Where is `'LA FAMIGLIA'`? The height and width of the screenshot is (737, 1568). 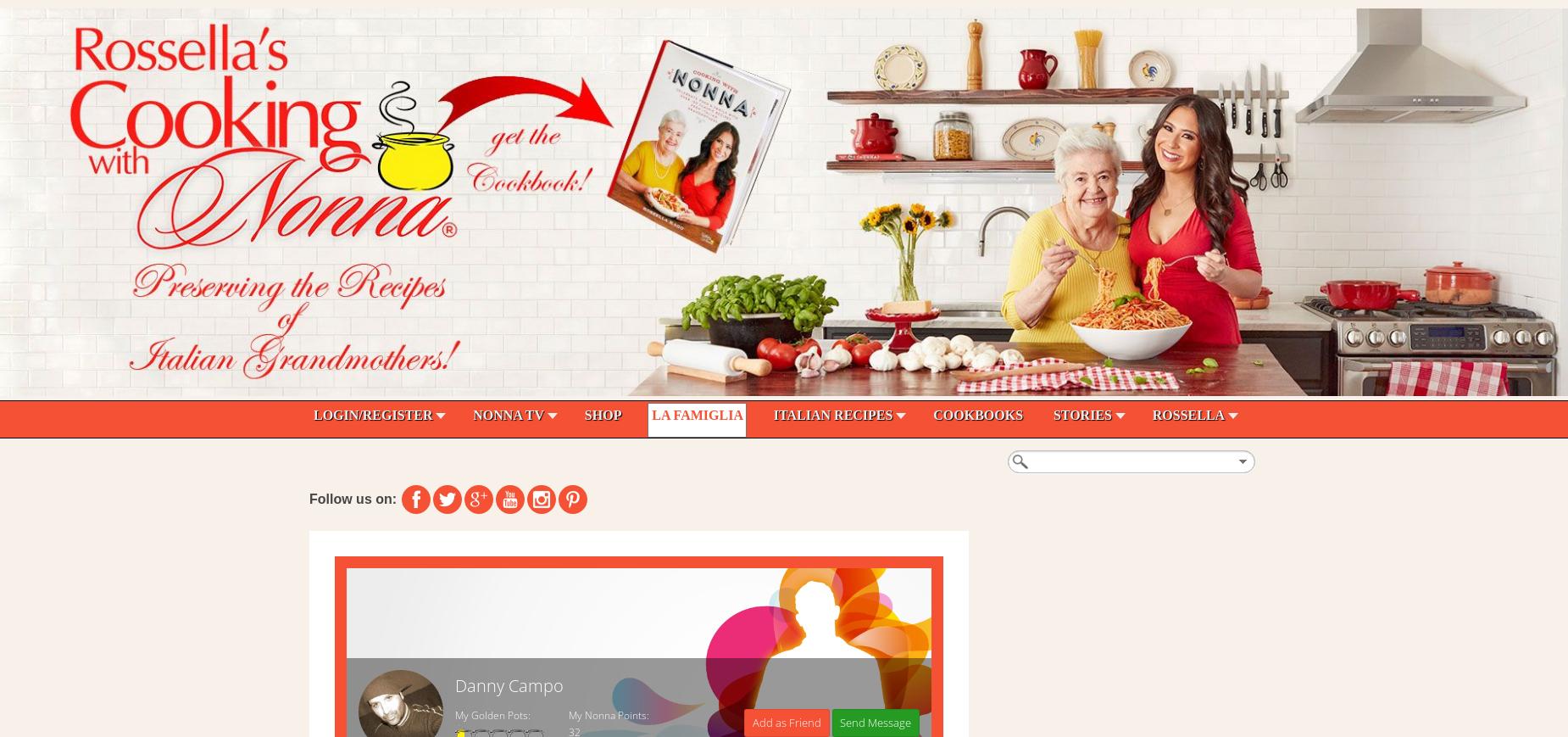
'LA FAMIGLIA' is located at coordinates (697, 415).